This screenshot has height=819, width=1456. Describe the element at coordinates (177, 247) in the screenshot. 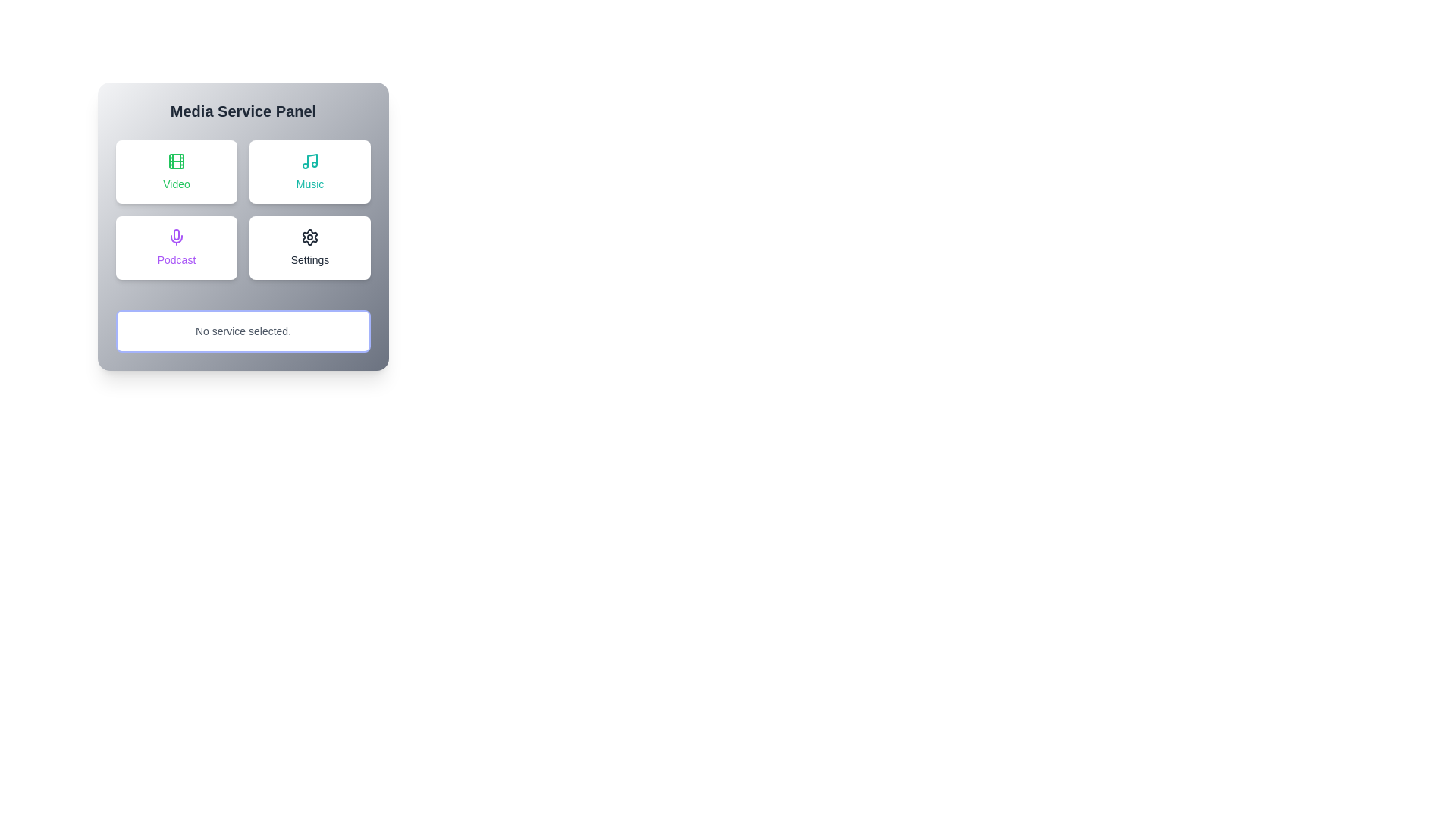

I see `the 'Podcast' button in the Media Service Panel` at that location.